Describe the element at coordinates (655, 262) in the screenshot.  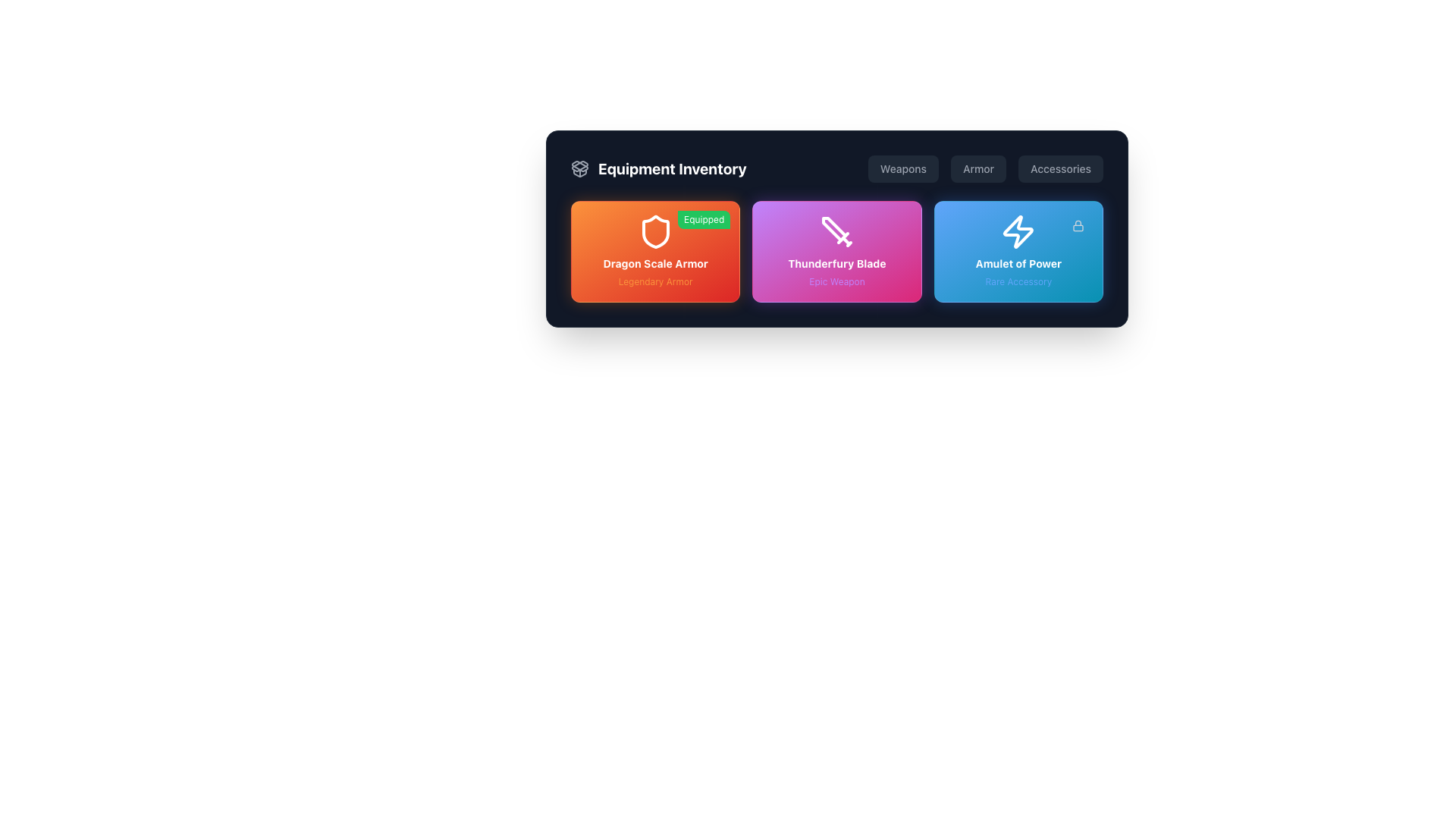
I see `text label displaying 'Dragon Scale Armor', which is styled with bold, white font on a vibrant orange background` at that location.